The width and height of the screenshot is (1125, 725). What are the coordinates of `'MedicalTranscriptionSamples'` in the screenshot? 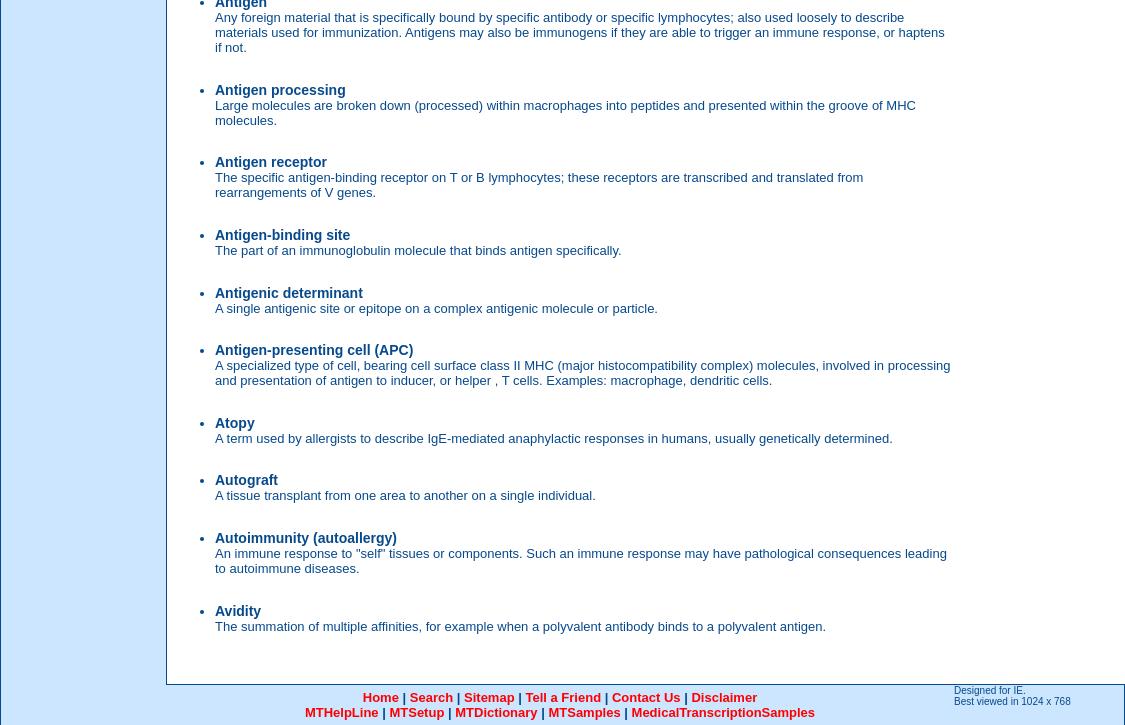 It's located at (722, 710).